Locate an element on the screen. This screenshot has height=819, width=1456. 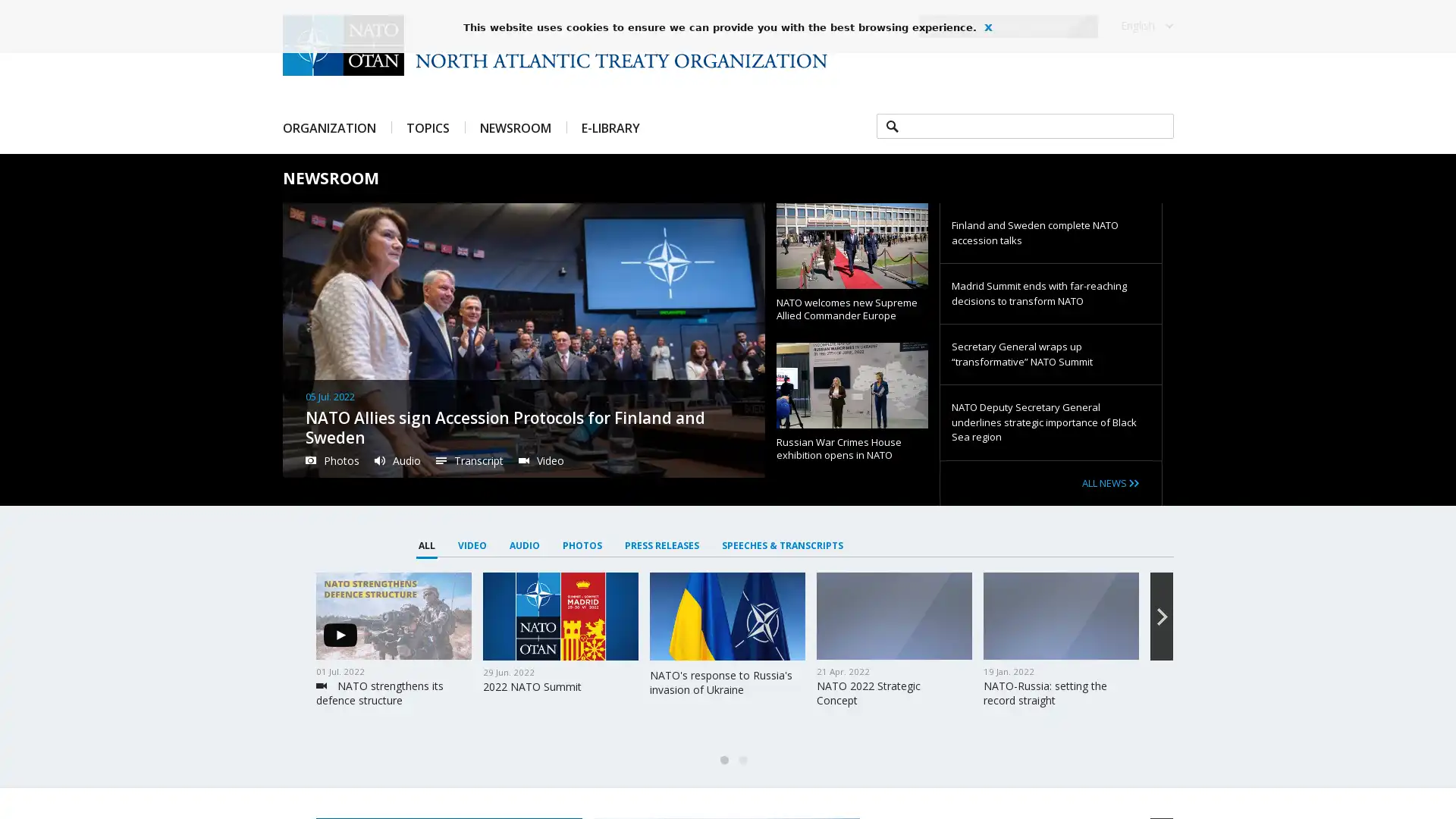
Next is located at coordinates (1160, 617).